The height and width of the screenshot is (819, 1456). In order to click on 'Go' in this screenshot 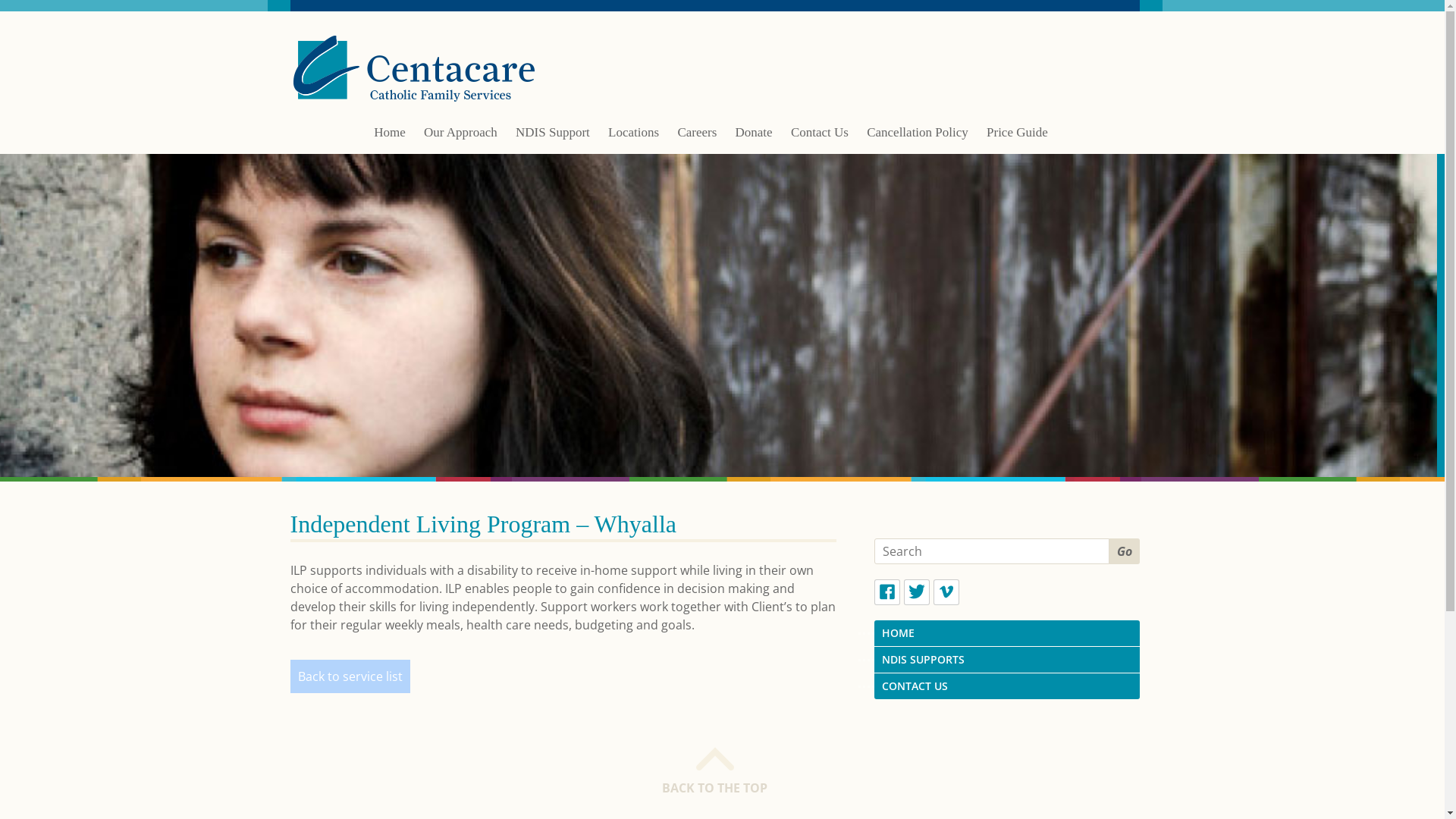, I will do `click(1124, 551)`.